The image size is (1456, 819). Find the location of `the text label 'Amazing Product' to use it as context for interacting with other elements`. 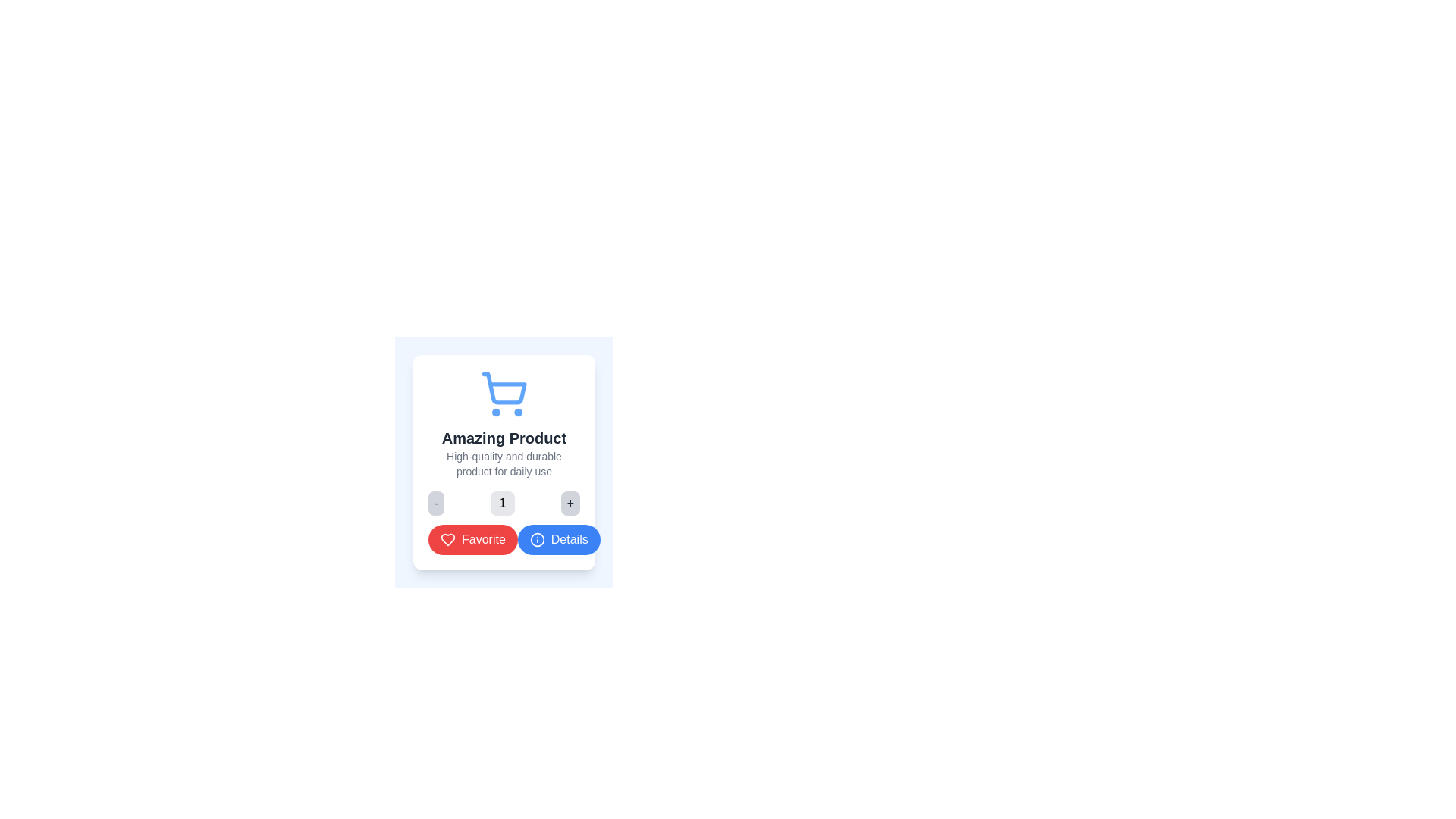

the text label 'Amazing Product' to use it as context for interacting with other elements is located at coordinates (504, 438).